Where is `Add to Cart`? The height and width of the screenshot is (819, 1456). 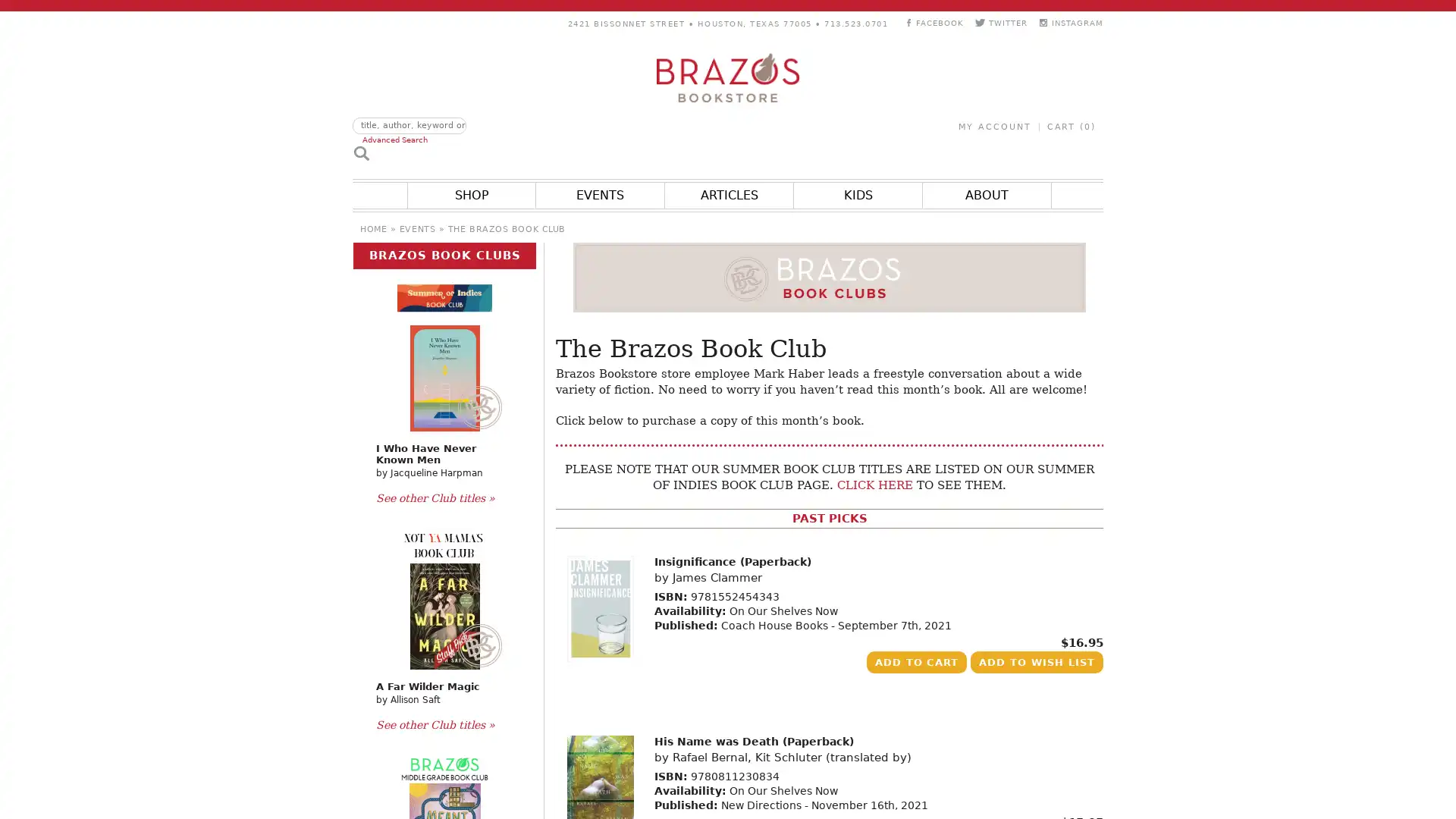
Add to Cart is located at coordinates (915, 661).